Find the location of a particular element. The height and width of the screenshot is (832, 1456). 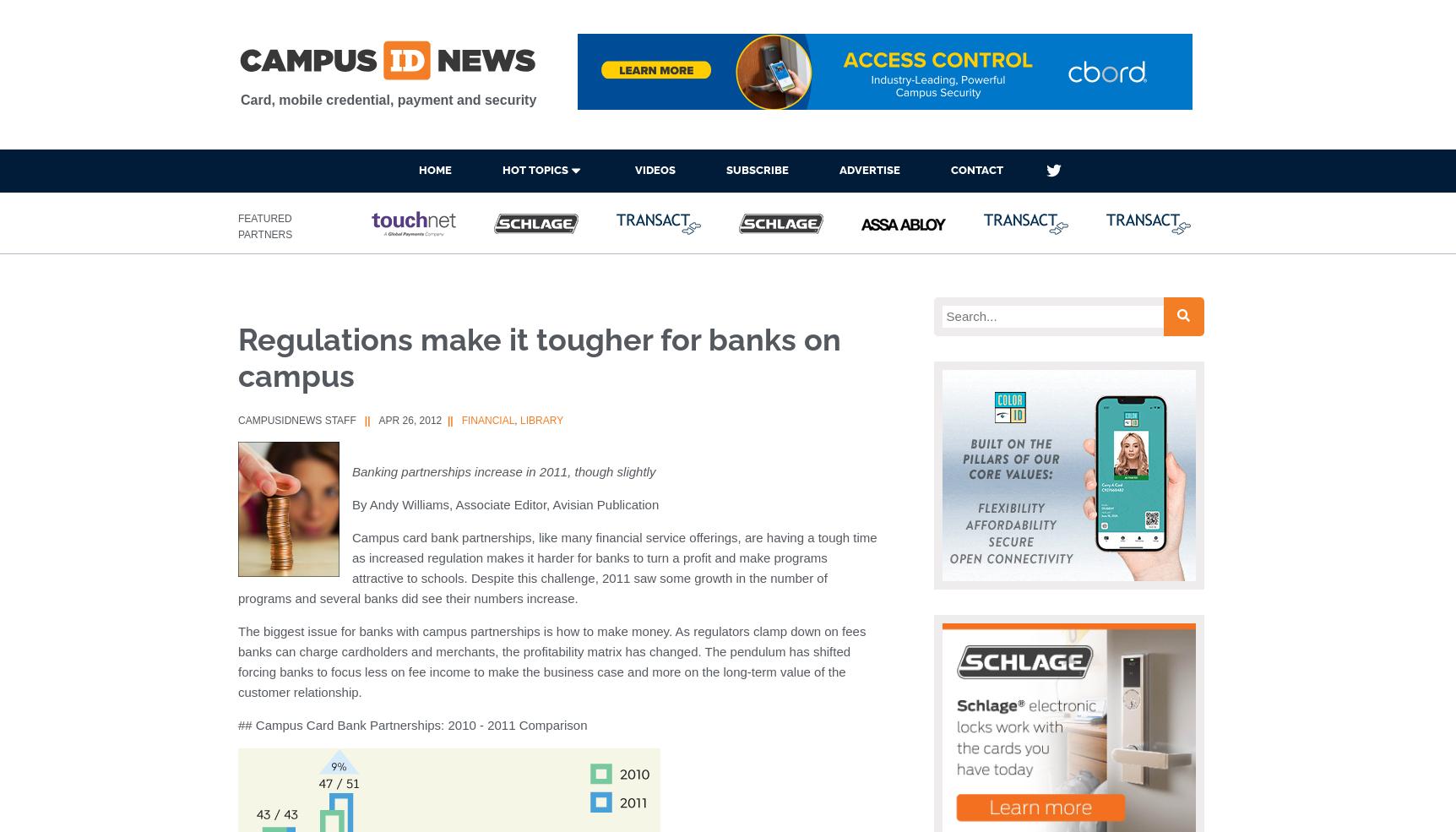

'Financial' is located at coordinates (459, 421).